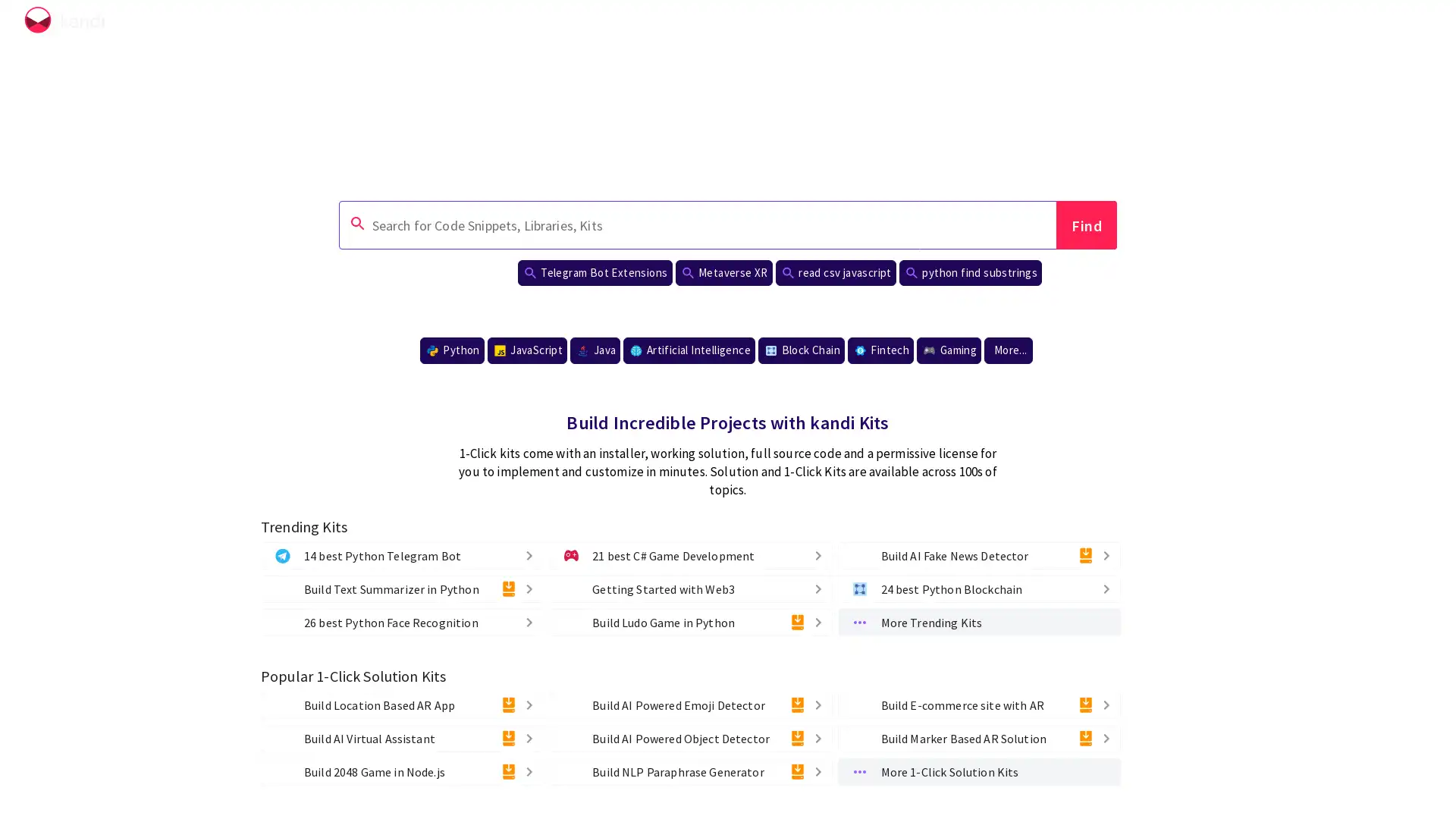 This screenshot has height=819, width=1456. I want to click on virtual-agent-example-kit Build AI Virtual Assistant, so click(402, 736).